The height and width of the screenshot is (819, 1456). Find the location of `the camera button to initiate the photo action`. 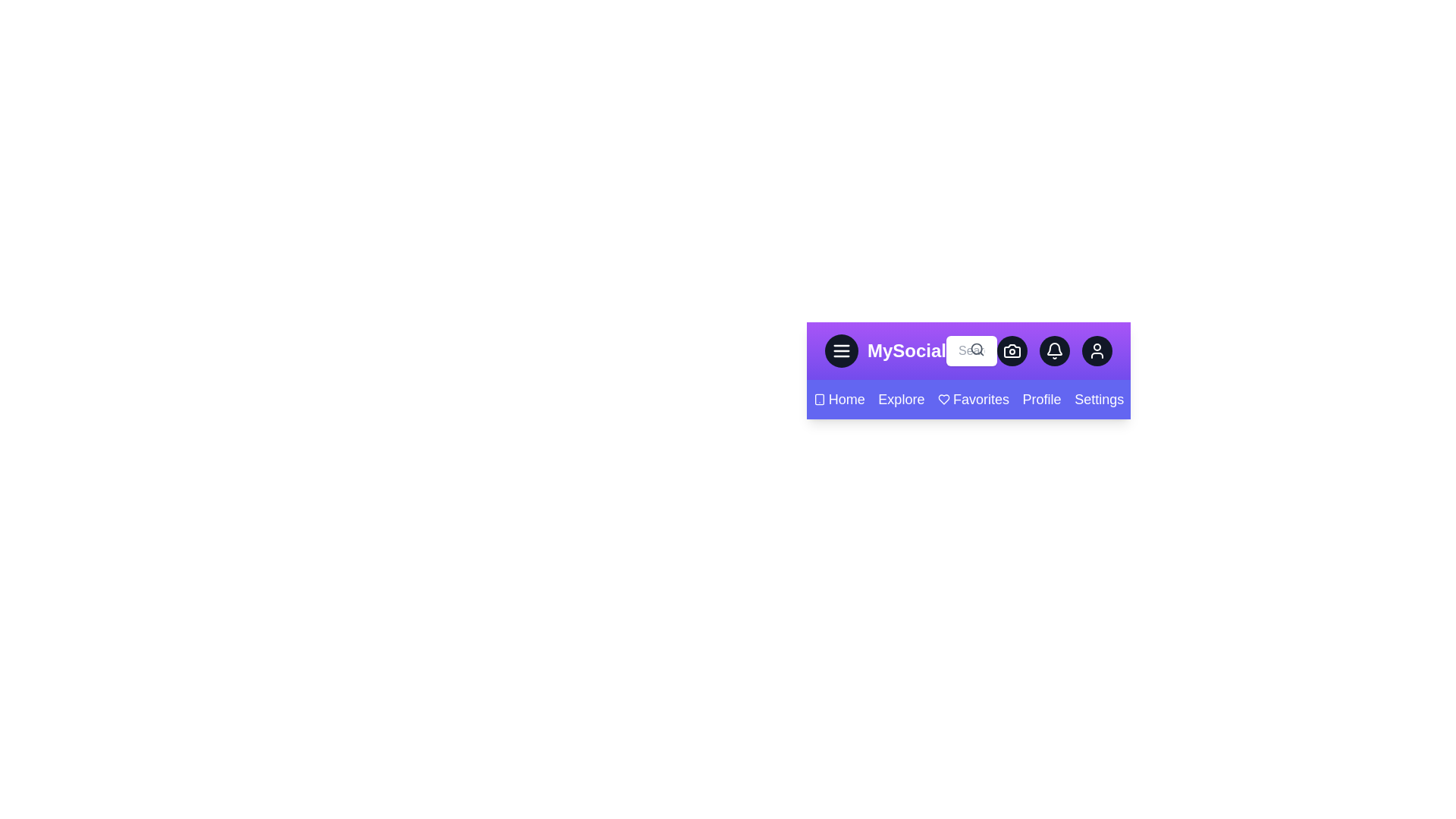

the camera button to initiate the photo action is located at coordinates (1012, 350).